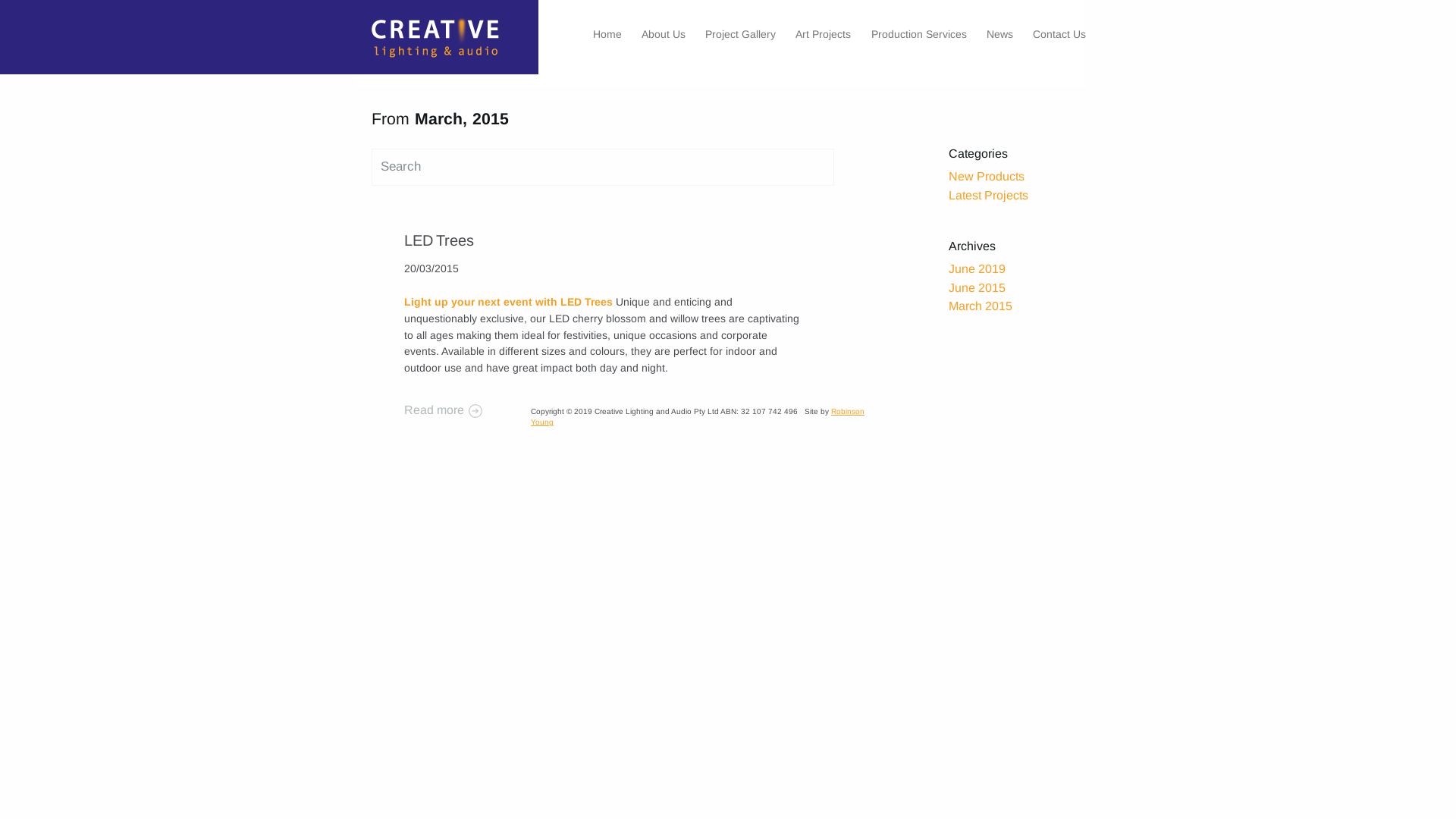 The image size is (1456, 819). Describe the element at coordinates (977, 287) in the screenshot. I see `'June 2015'` at that location.